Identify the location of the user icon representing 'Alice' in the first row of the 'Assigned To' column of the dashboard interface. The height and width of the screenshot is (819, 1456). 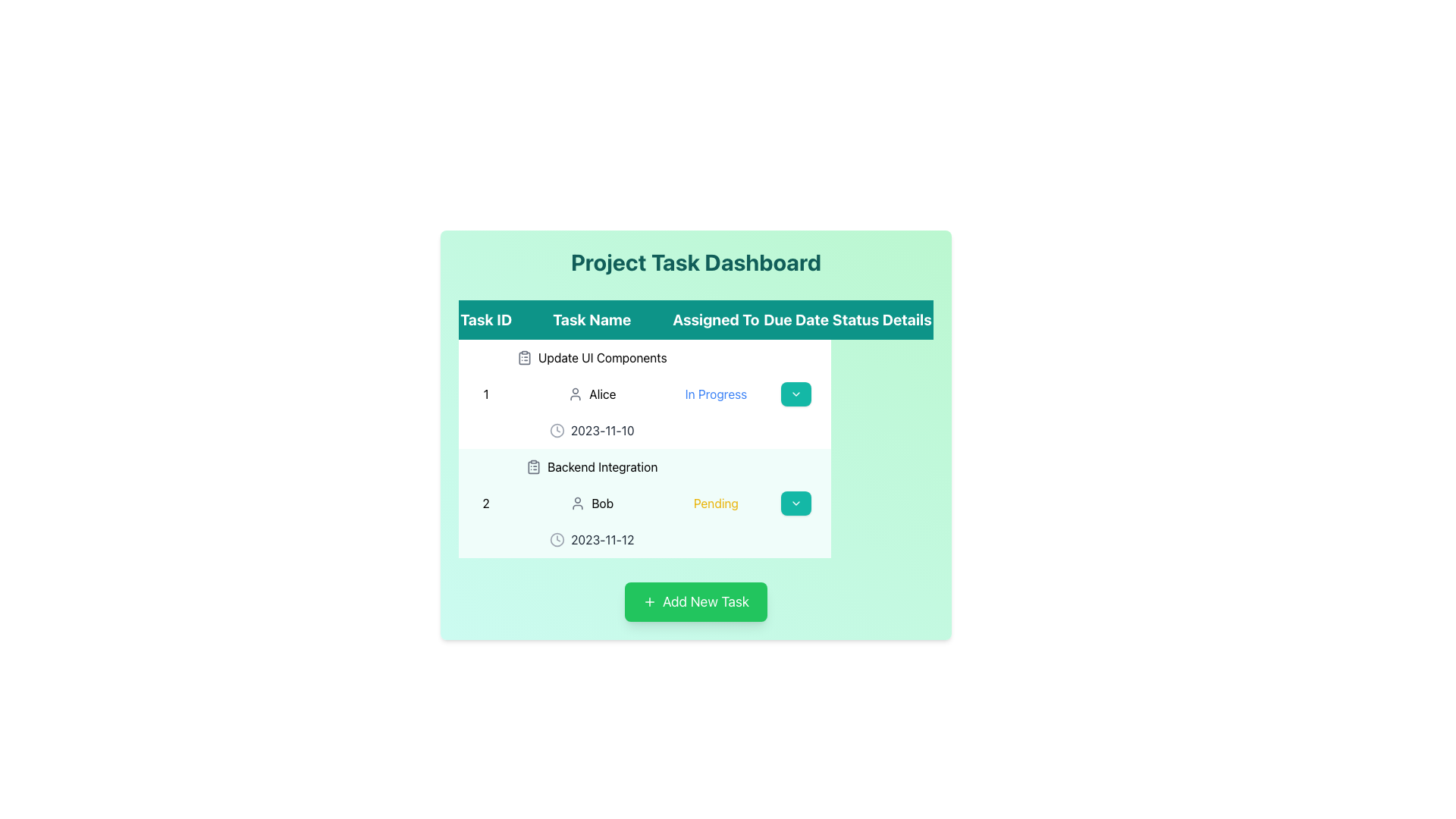
(575, 394).